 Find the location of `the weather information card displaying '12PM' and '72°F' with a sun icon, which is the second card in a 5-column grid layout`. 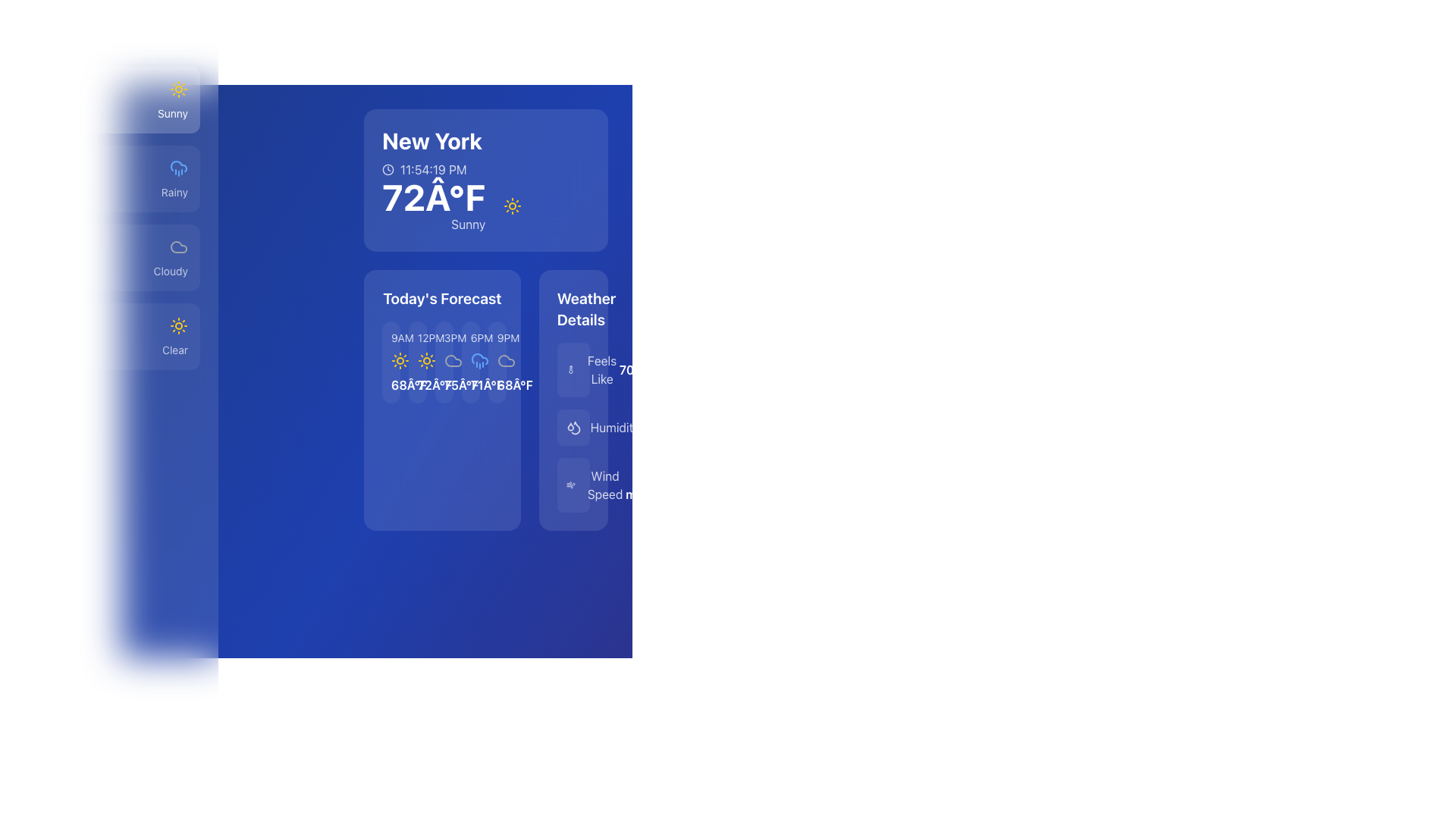

the weather information card displaying '12PM' and '72°F' with a sun icon, which is the second card in a 5-column grid layout is located at coordinates (417, 362).